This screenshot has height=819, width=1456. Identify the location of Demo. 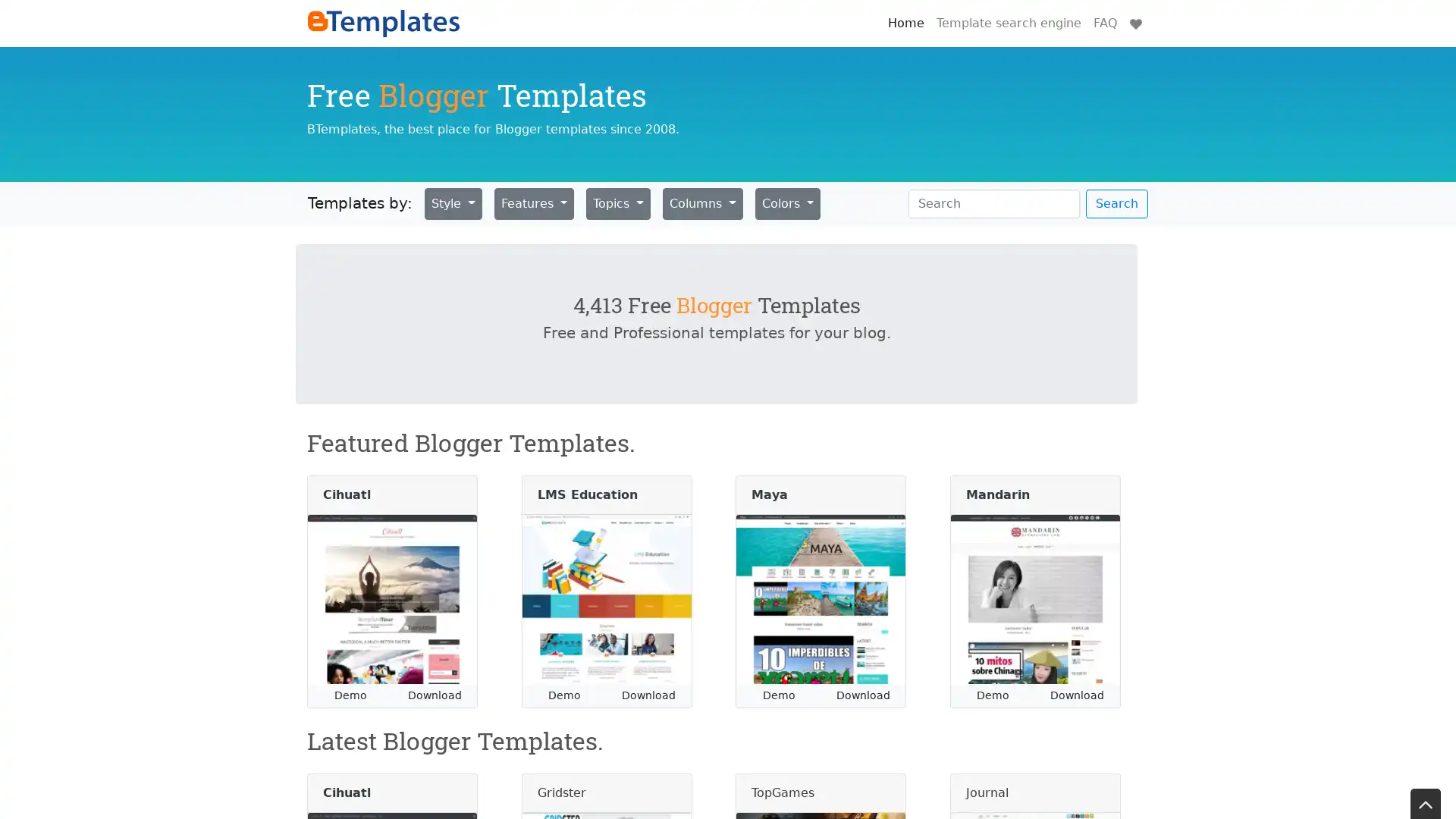
(563, 695).